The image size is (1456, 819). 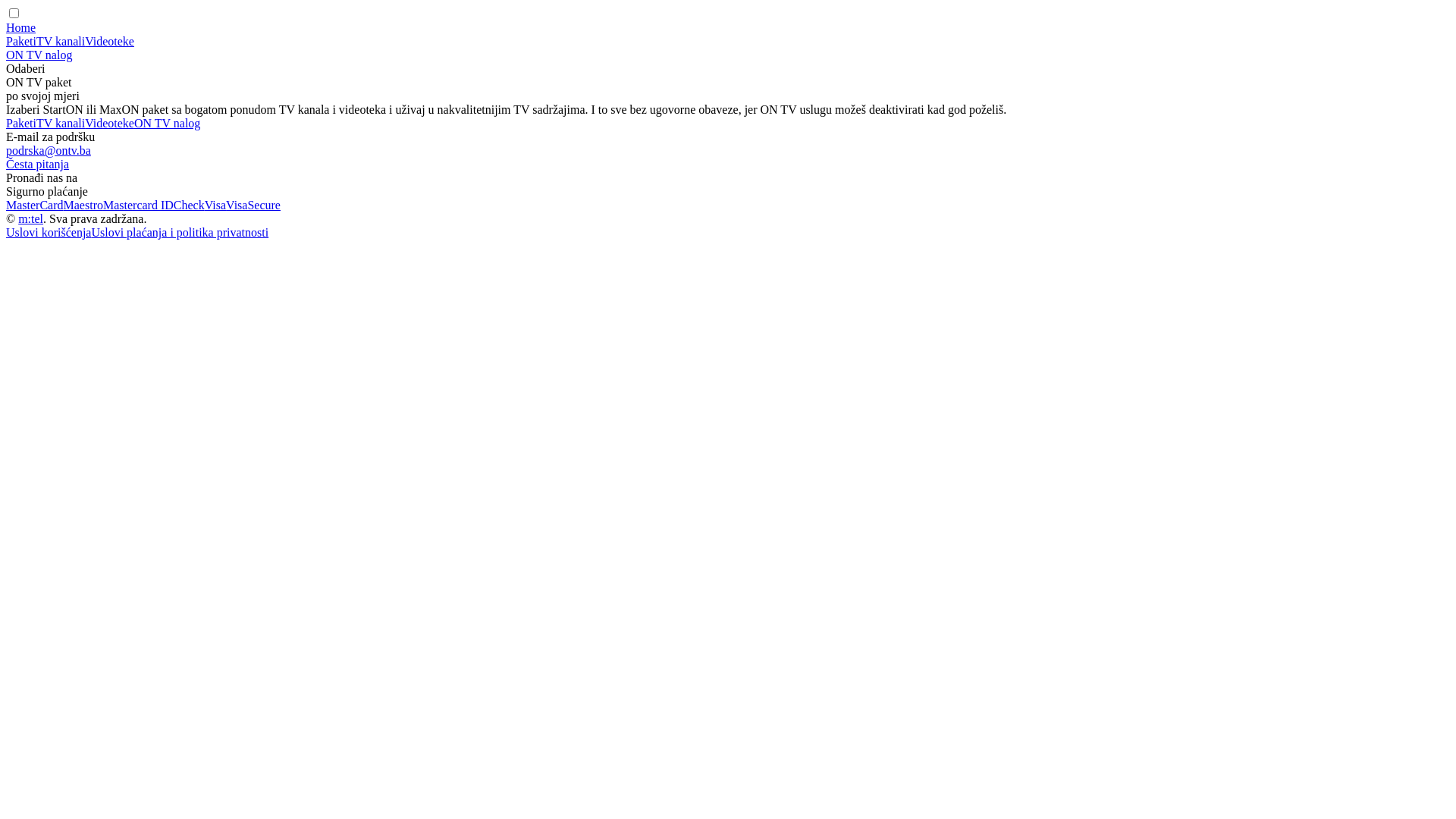 I want to click on 'Paketi', so click(x=6, y=40).